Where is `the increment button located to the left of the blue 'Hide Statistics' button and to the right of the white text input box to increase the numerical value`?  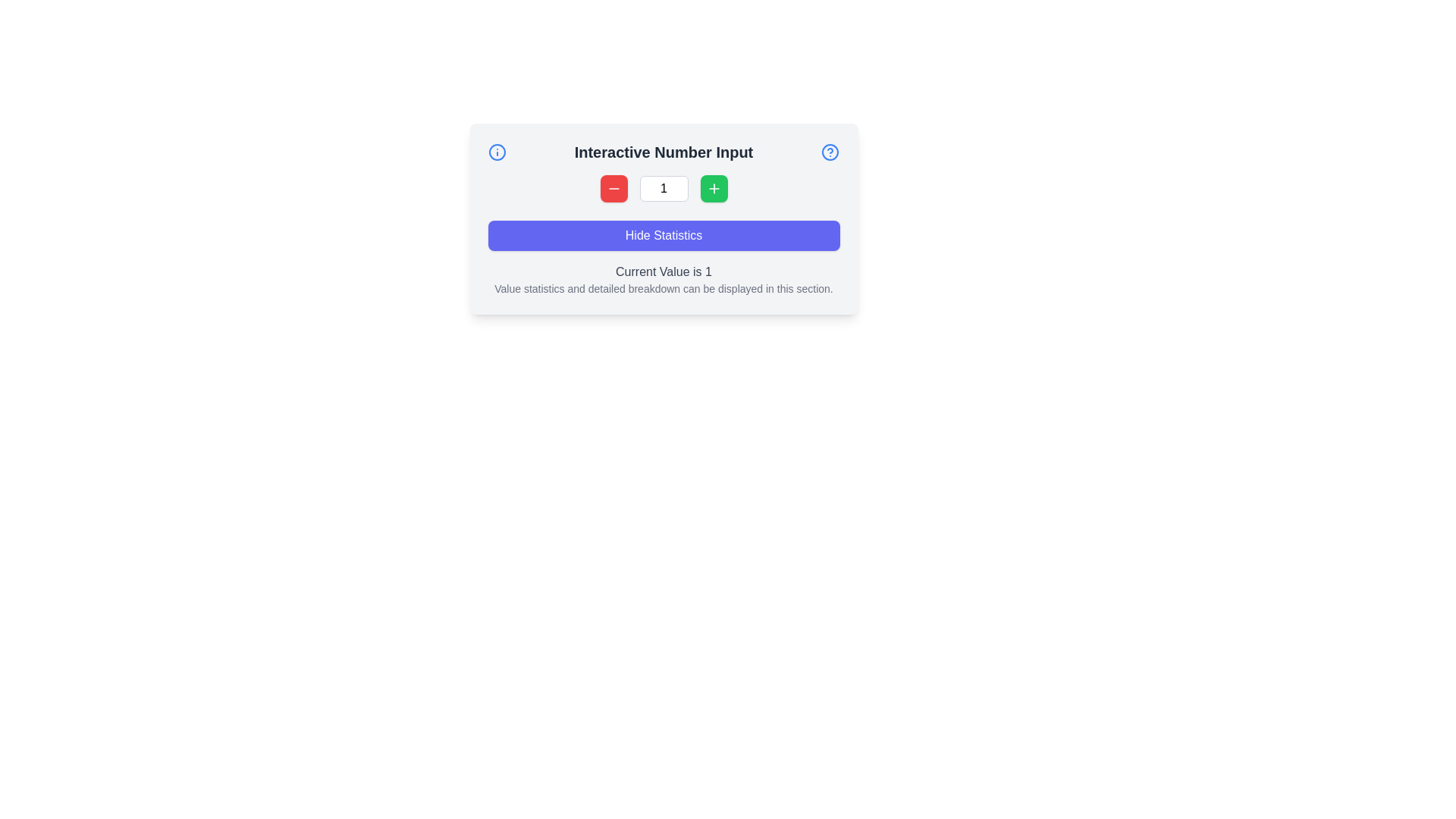
the increment button located to the left of the blue 'Hide Statistics' button and to the right of the white text input box to increase the numerical value is located at coordinates (713, 188).